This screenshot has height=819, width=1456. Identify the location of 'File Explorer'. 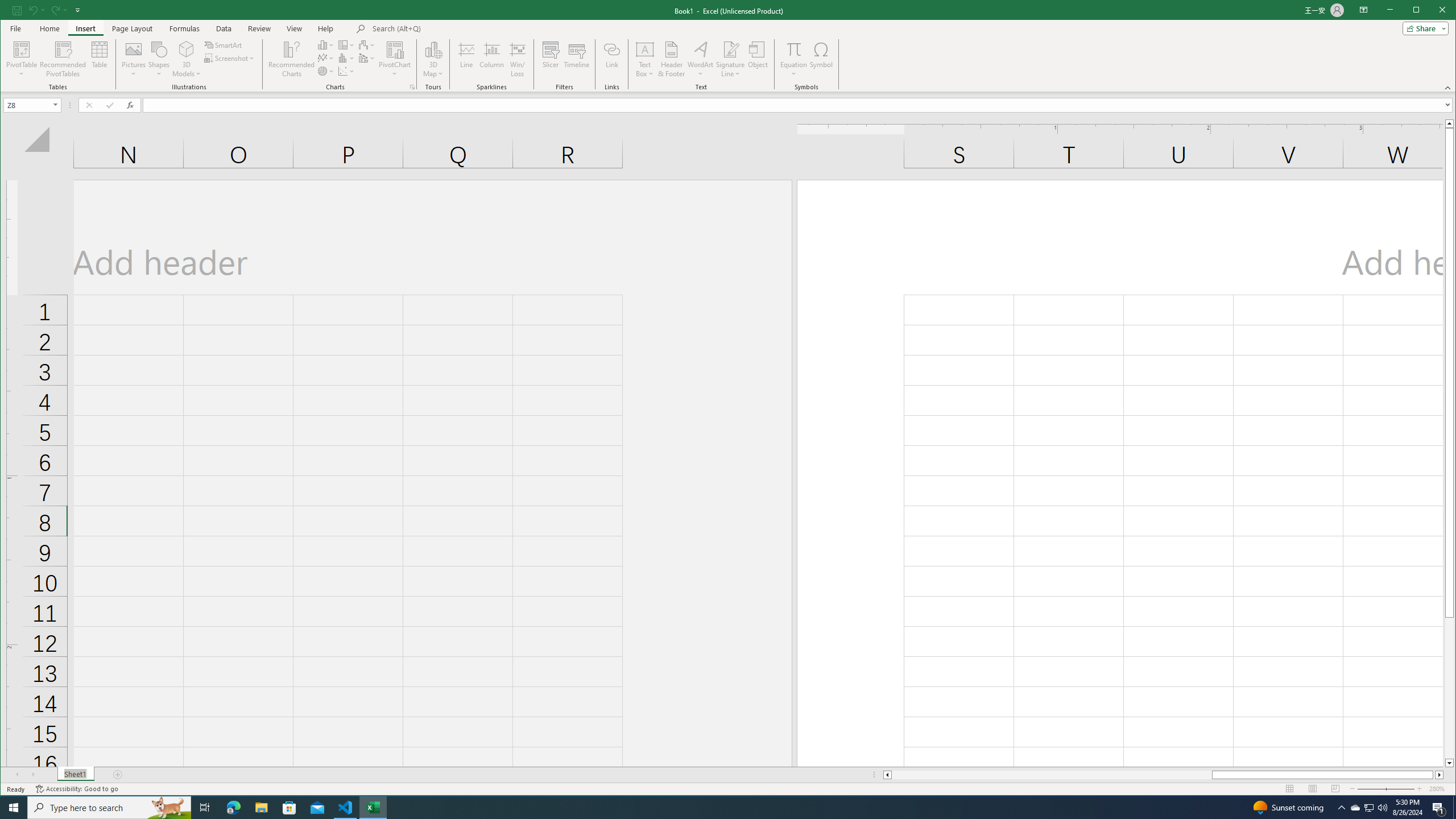
(260, 806).